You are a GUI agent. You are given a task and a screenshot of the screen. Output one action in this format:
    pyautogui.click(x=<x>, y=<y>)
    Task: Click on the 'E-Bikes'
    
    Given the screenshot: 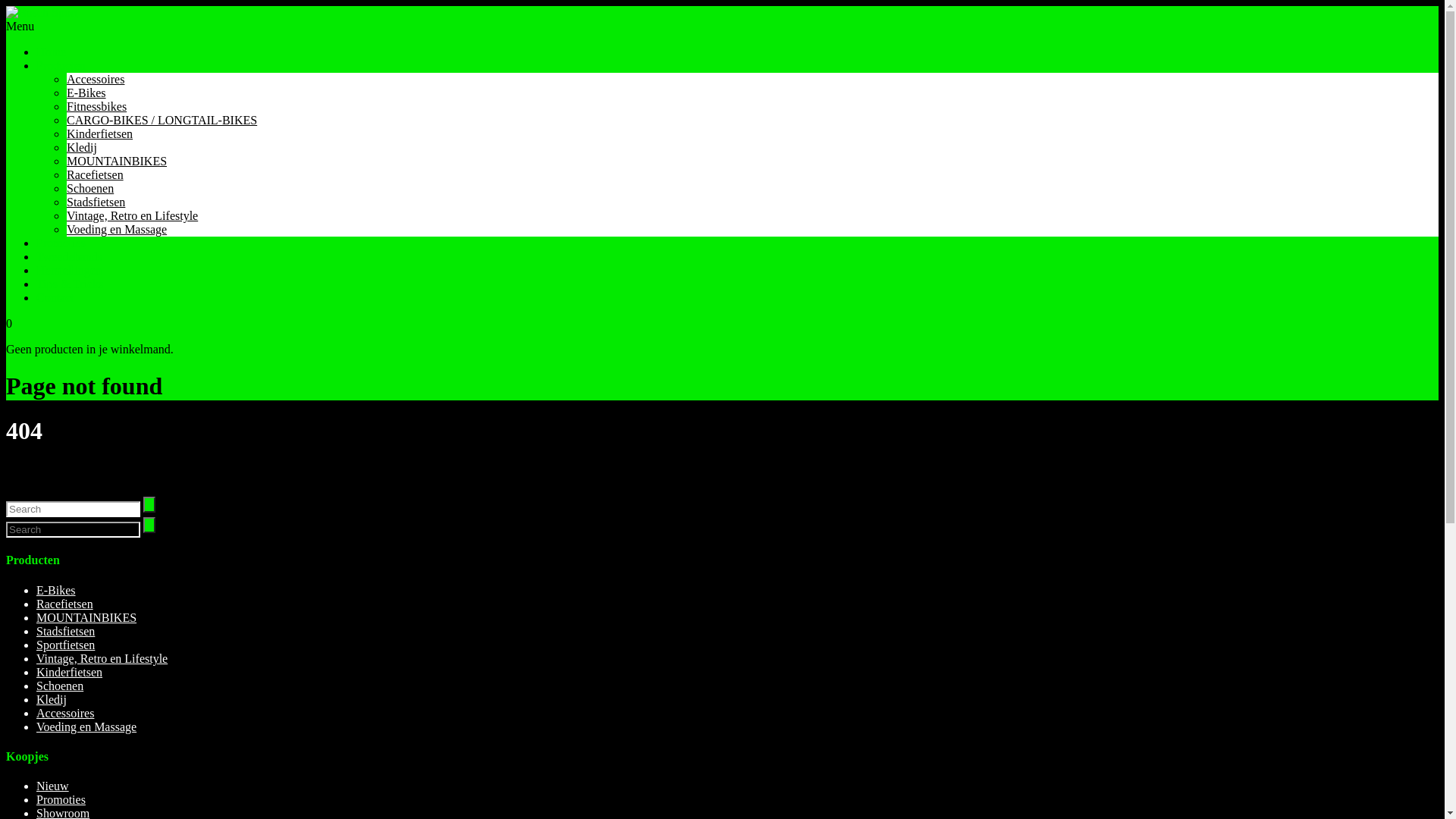 What is the action you would take?
    pyautogui.click(x=55, y=589)
    